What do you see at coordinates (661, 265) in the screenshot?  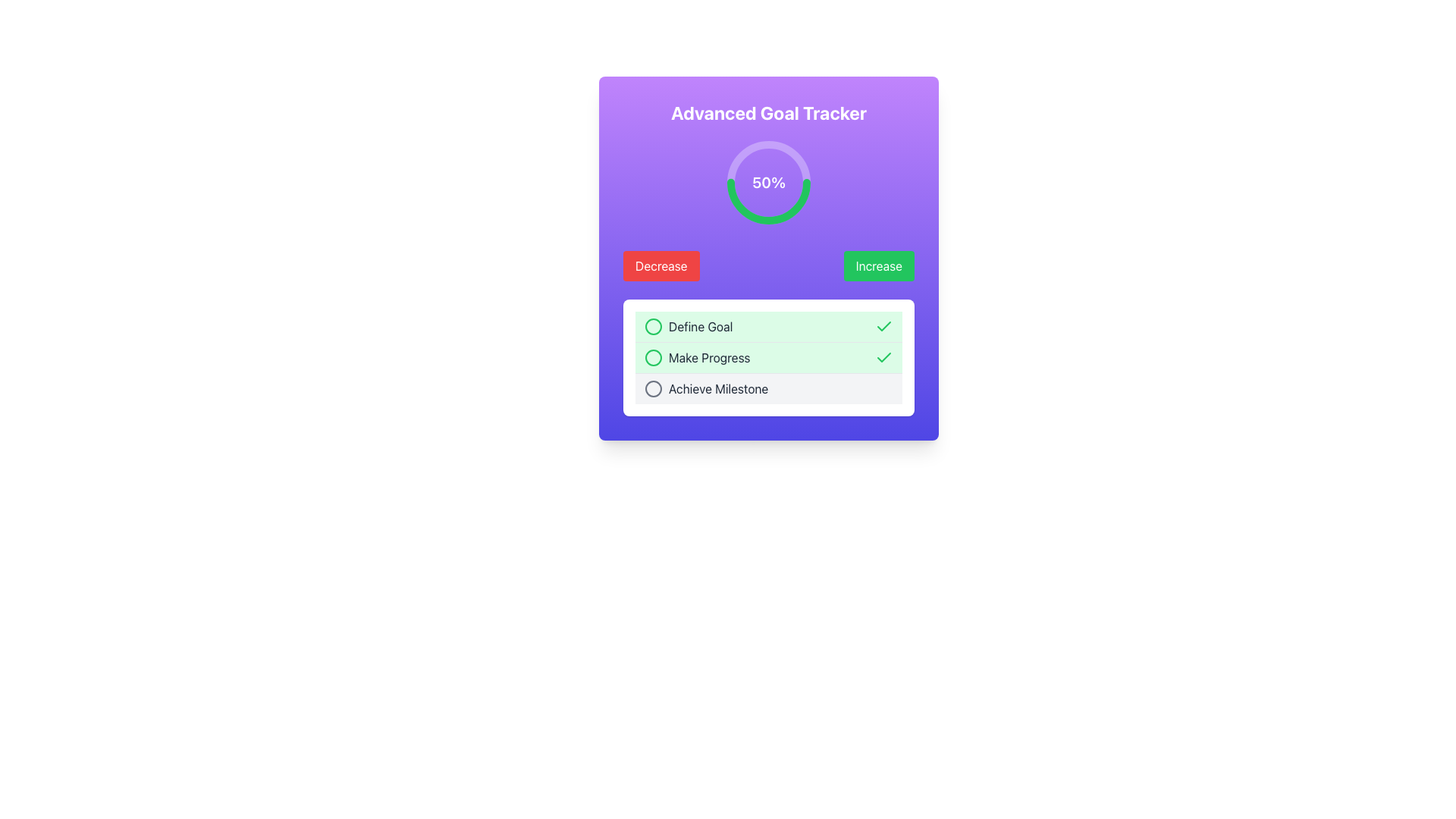 I see `the leftmost button in the horizontal flexbox that decreases the displayed value or percentage above it` at bounding box center [661, 265].